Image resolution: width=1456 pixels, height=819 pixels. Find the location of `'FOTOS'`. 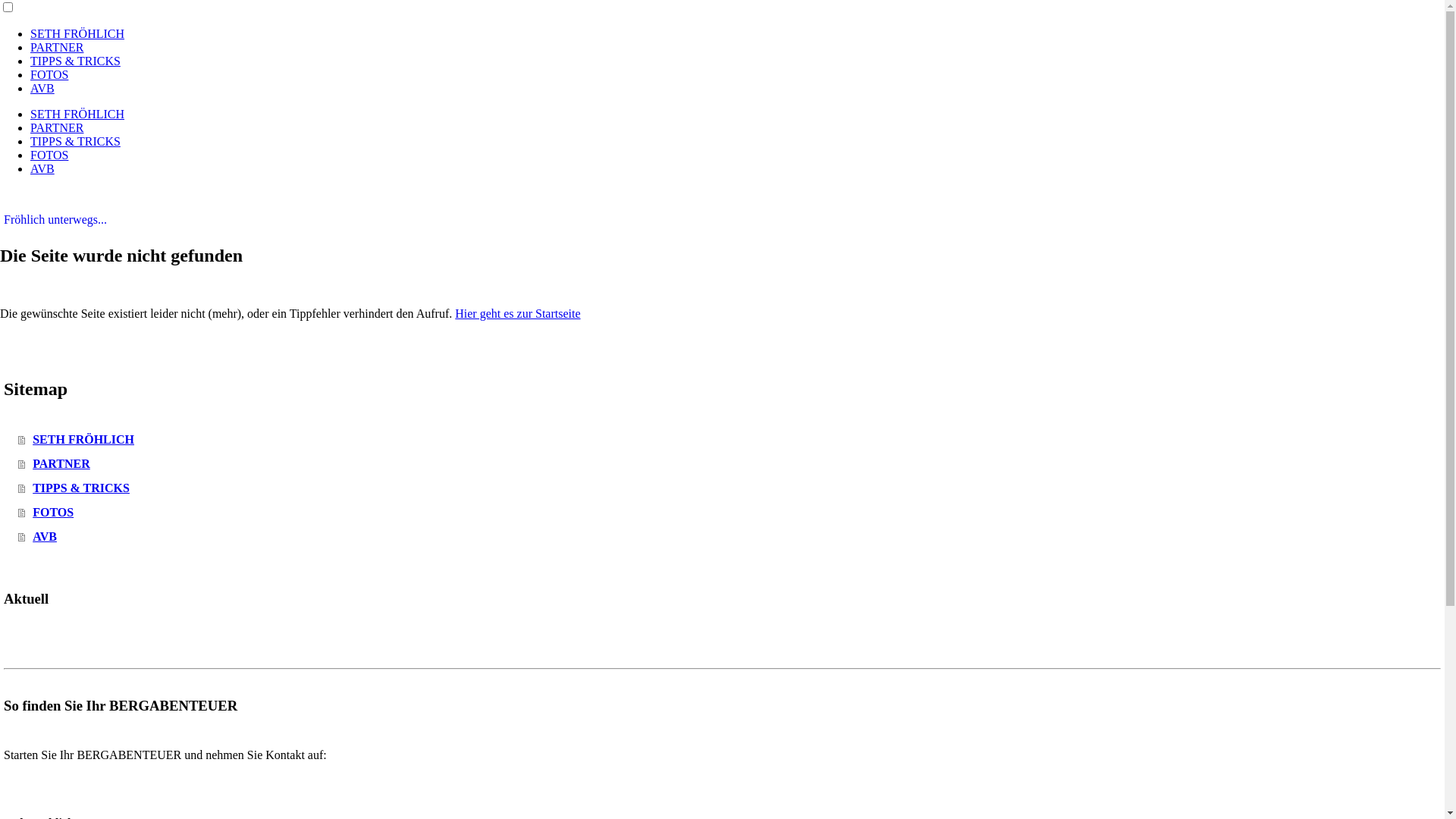

'FOTOS' is located at coordinates (49, 155).